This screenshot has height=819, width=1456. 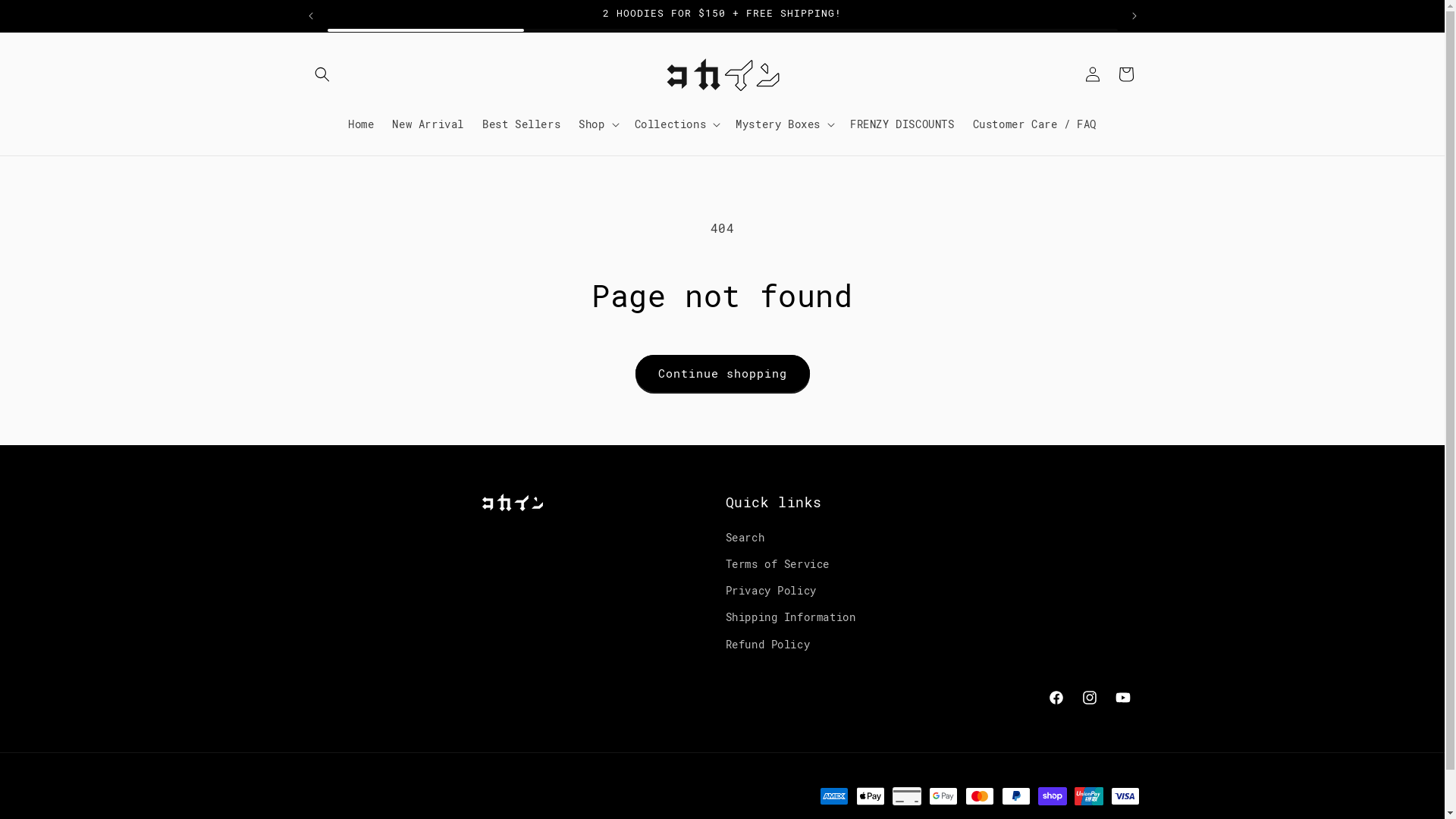 What do you see at coordinates (770, 590) in the screenshot?
I see `'Privacy Policy'` at bounding box center [770, 590].